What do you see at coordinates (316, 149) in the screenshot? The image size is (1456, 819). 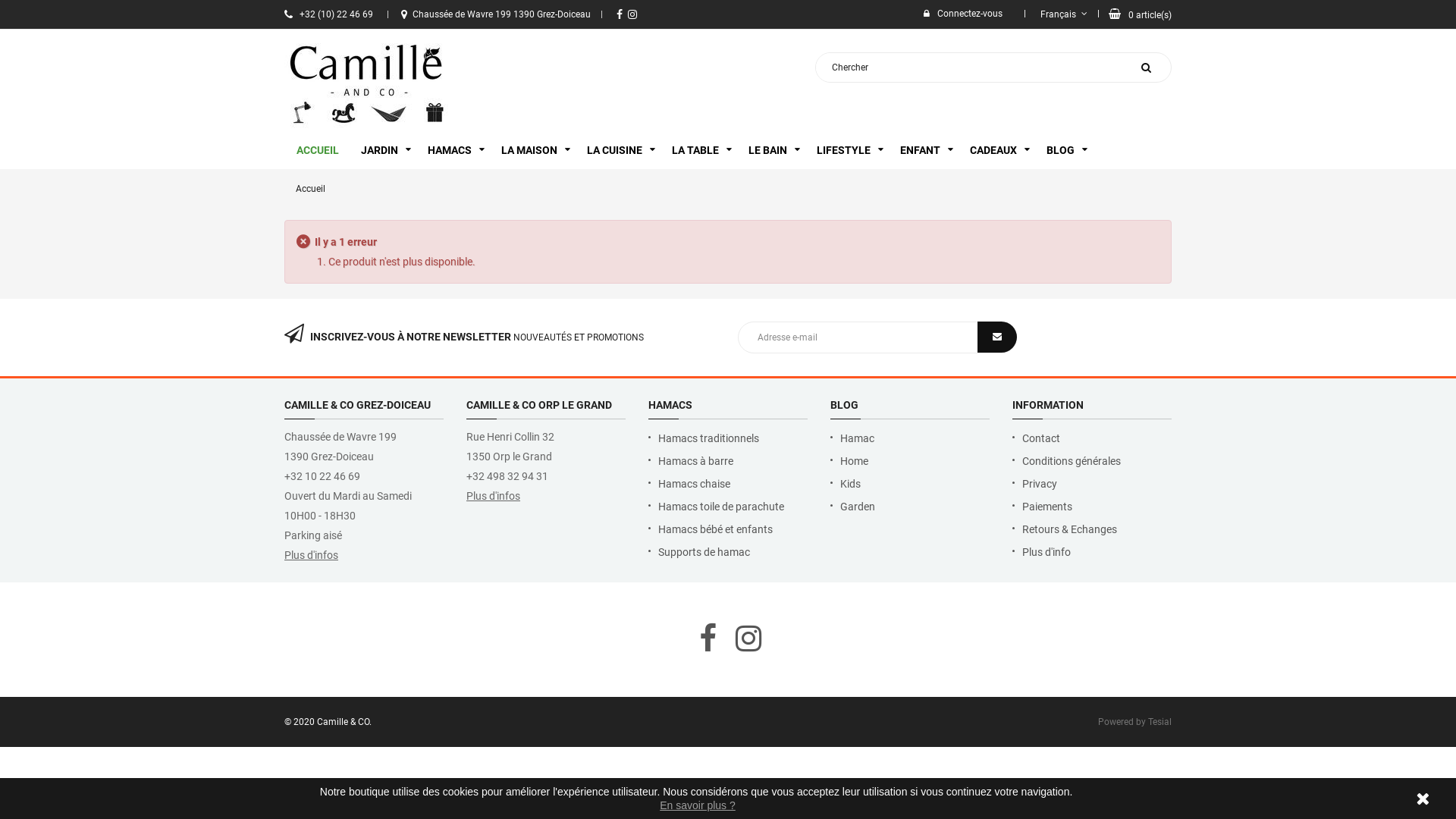 I see `'ACCUEIL'` at bounding box center [316, 149].